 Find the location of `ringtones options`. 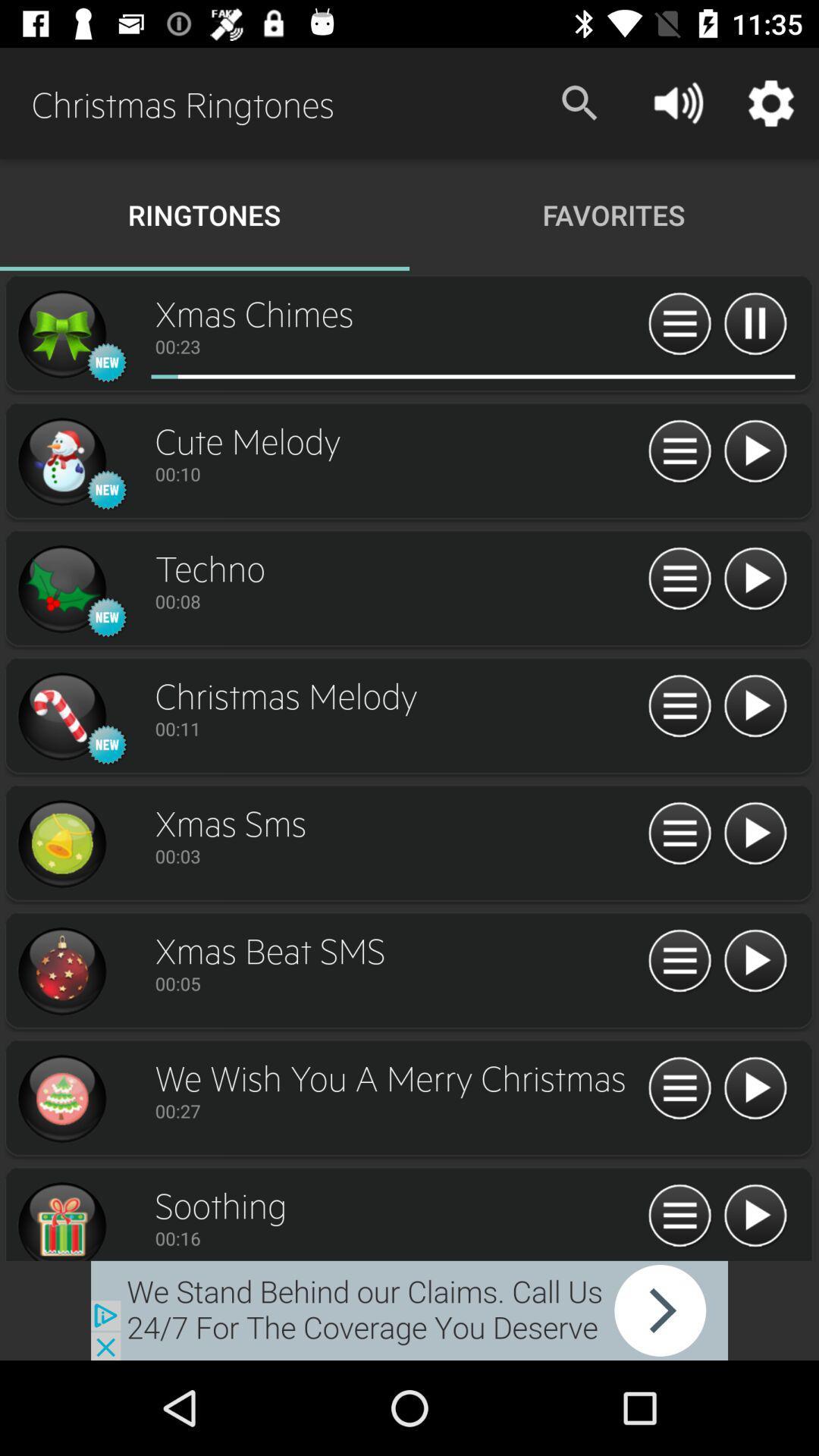

ringtones options is located at coordinates (61, 334).